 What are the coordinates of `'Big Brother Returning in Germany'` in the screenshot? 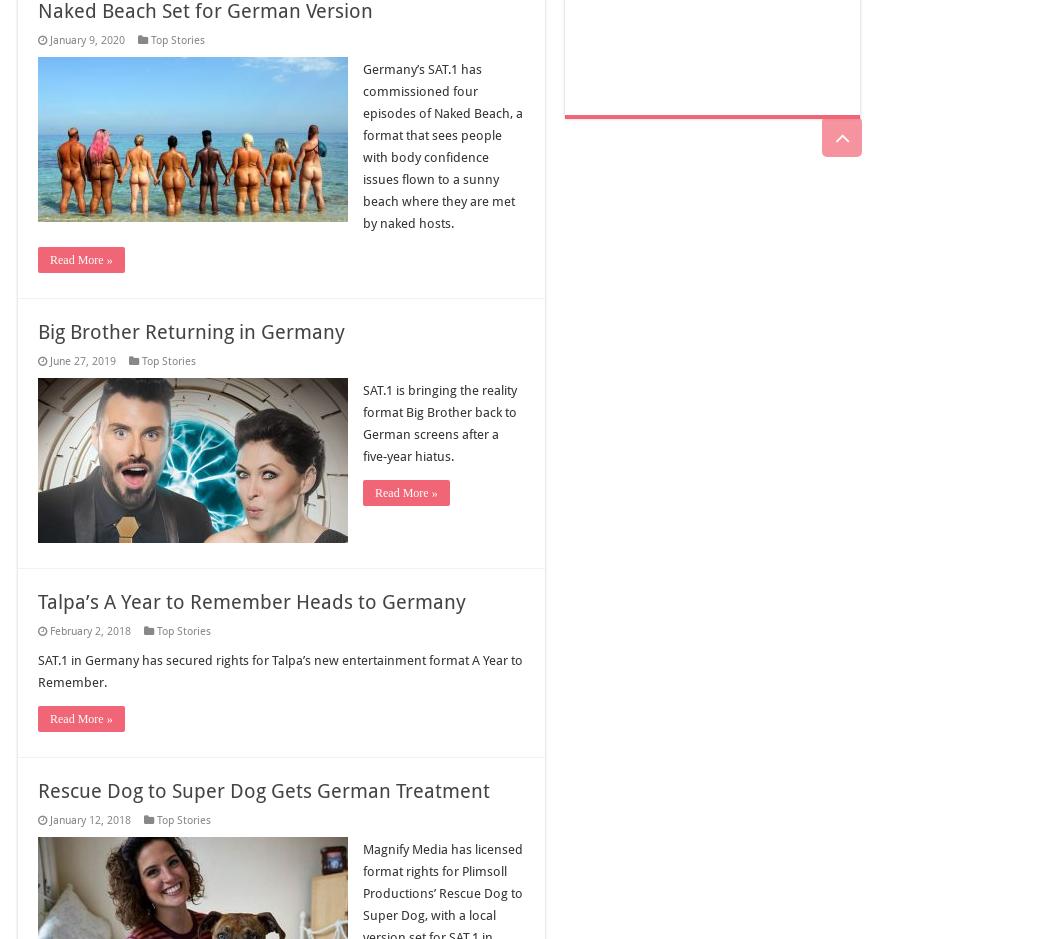 It's located at (191, 331).